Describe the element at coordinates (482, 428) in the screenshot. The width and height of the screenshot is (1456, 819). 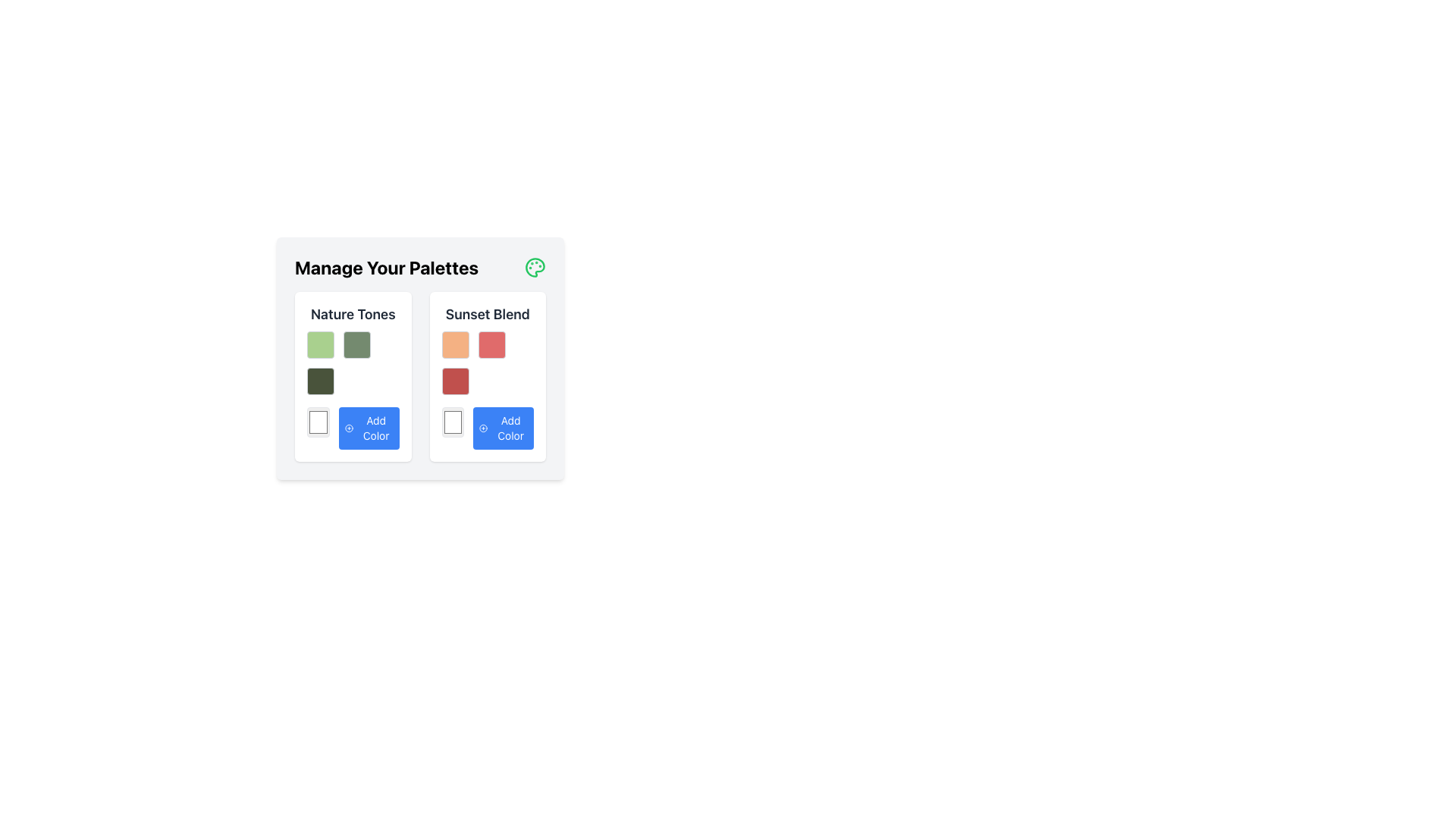
I see `the 'Add Color' icon located to the left of the text within the button in the 'Sunset Blend' palette section` at that location.